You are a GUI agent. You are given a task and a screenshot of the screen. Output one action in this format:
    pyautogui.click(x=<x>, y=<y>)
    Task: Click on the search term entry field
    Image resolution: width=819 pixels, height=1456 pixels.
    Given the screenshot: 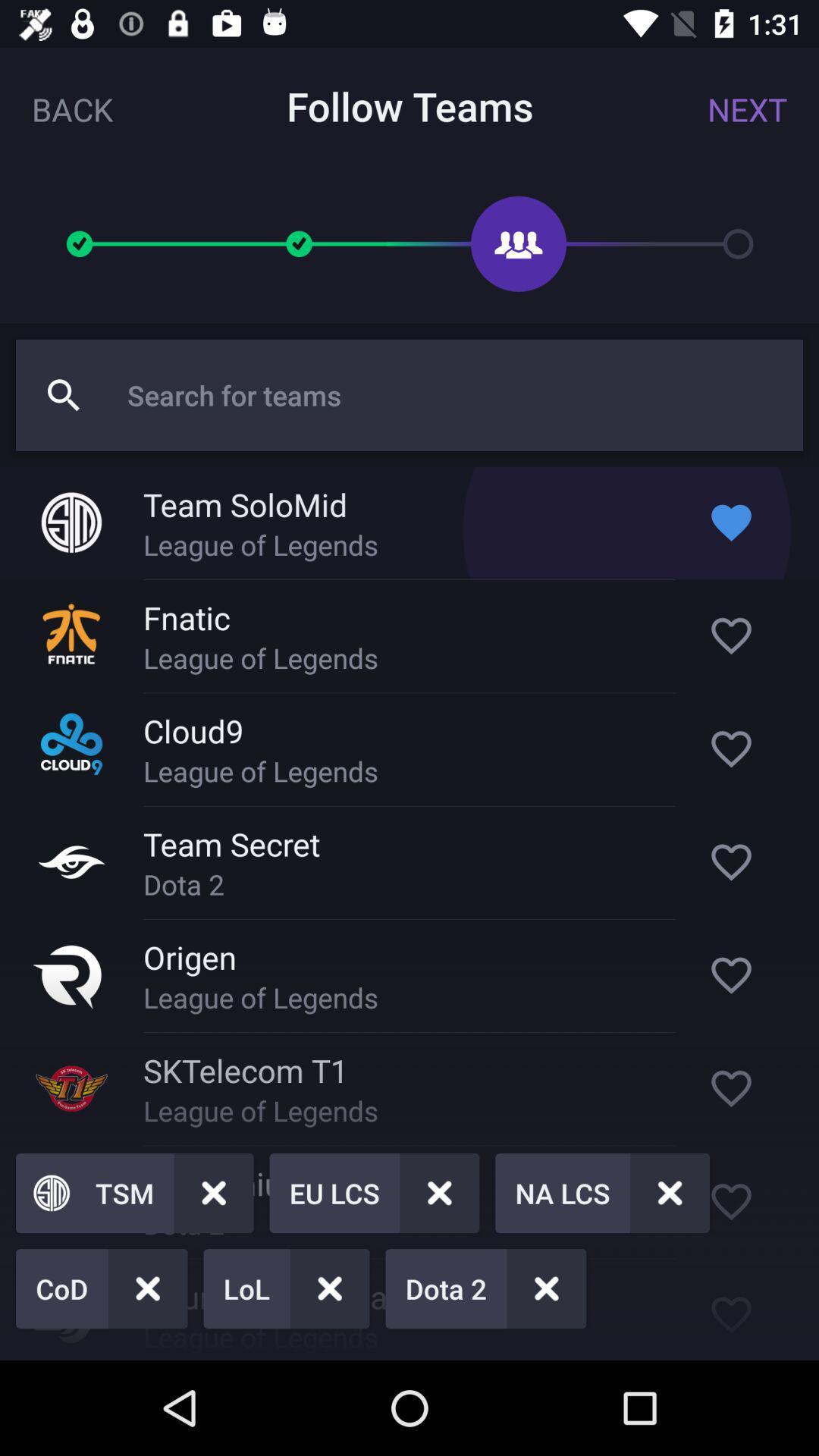 What is the action you would take?
    pyautogui.click(x=456, y=395)
    